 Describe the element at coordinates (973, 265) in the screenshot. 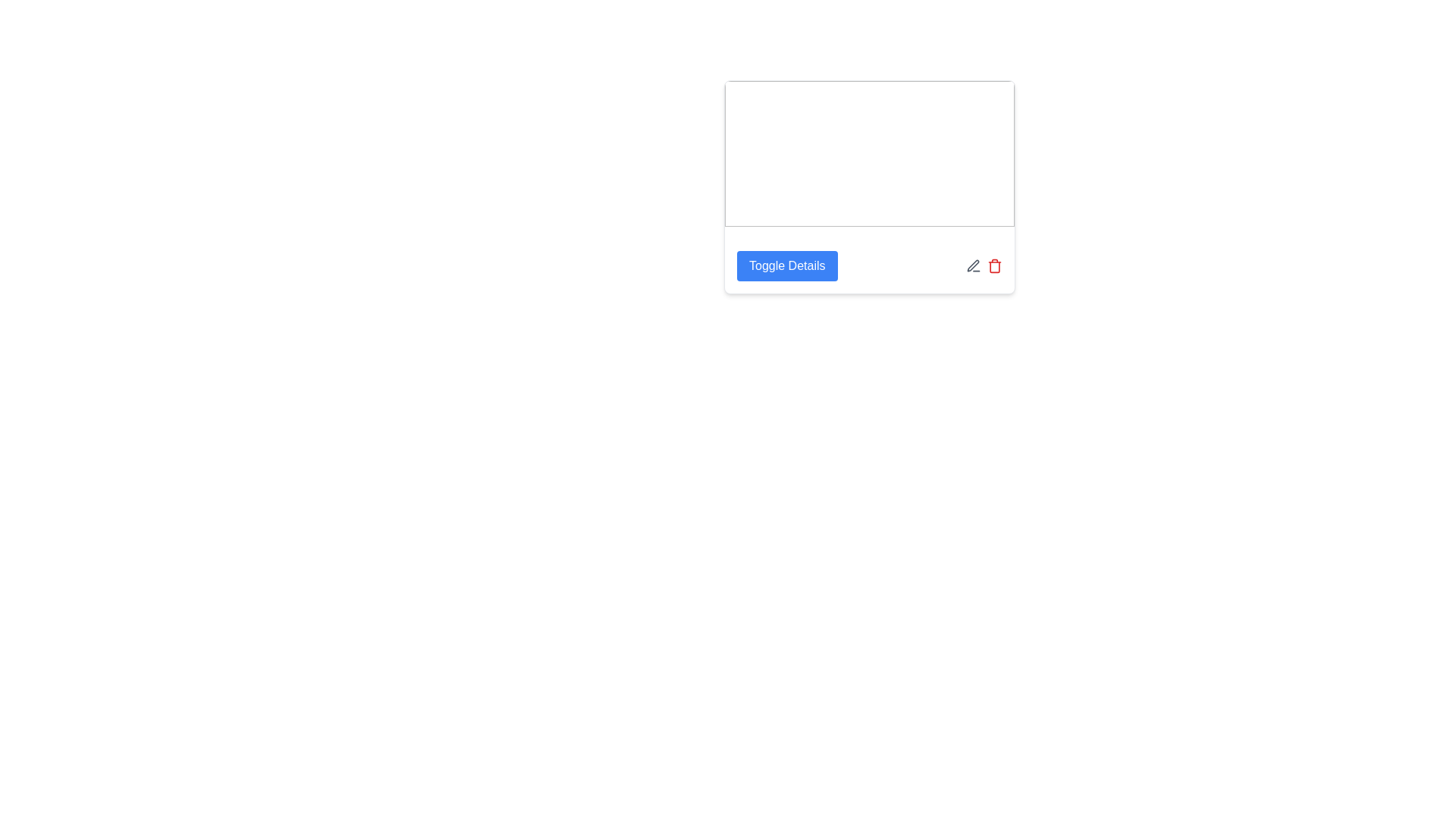

I see `the first icon button to the right of the blue 'Toggle Details' button` at that location.